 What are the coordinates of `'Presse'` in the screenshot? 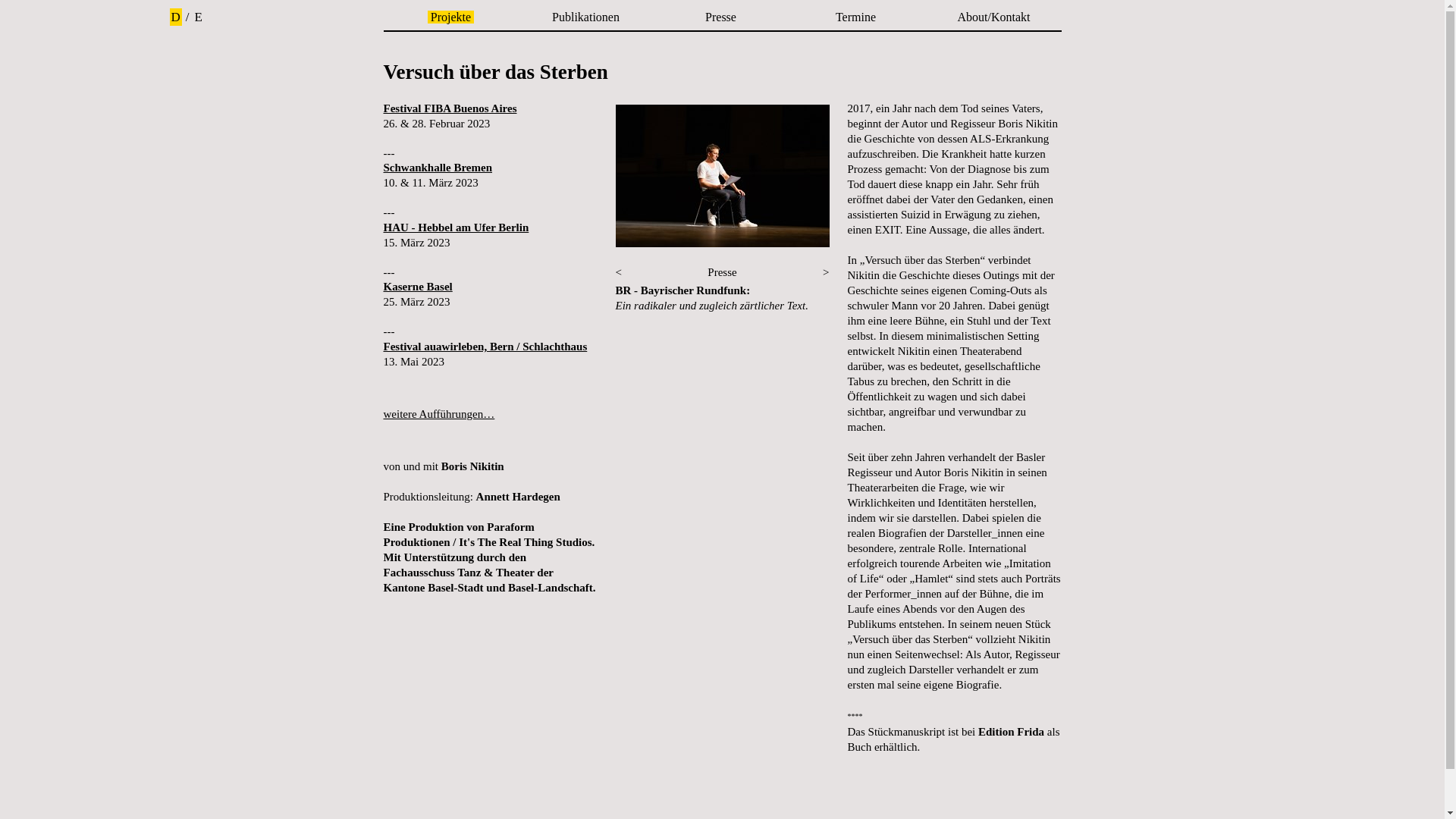 It's located at (720, 17).